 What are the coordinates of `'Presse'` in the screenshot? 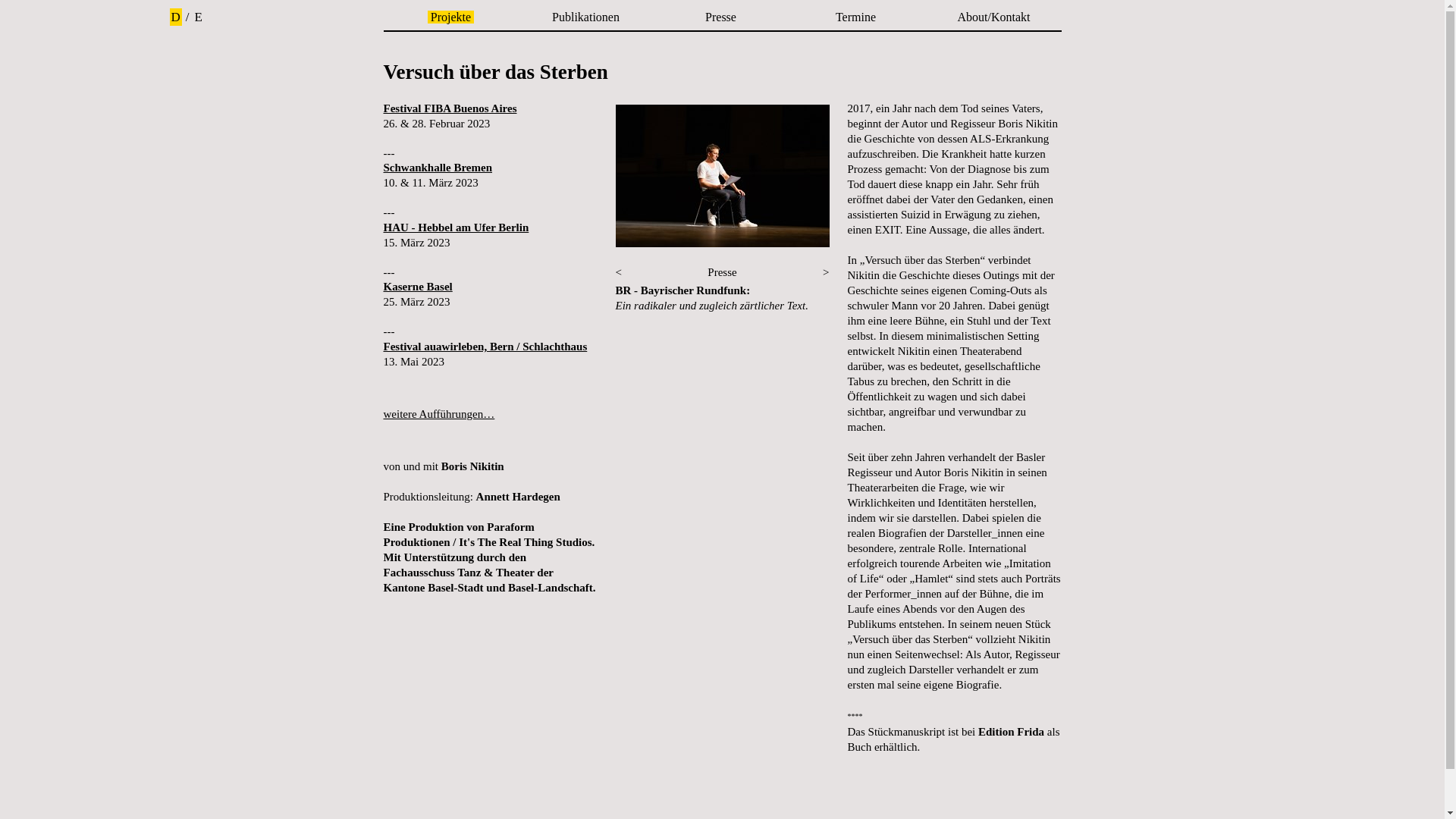 It's located at (720, 17).